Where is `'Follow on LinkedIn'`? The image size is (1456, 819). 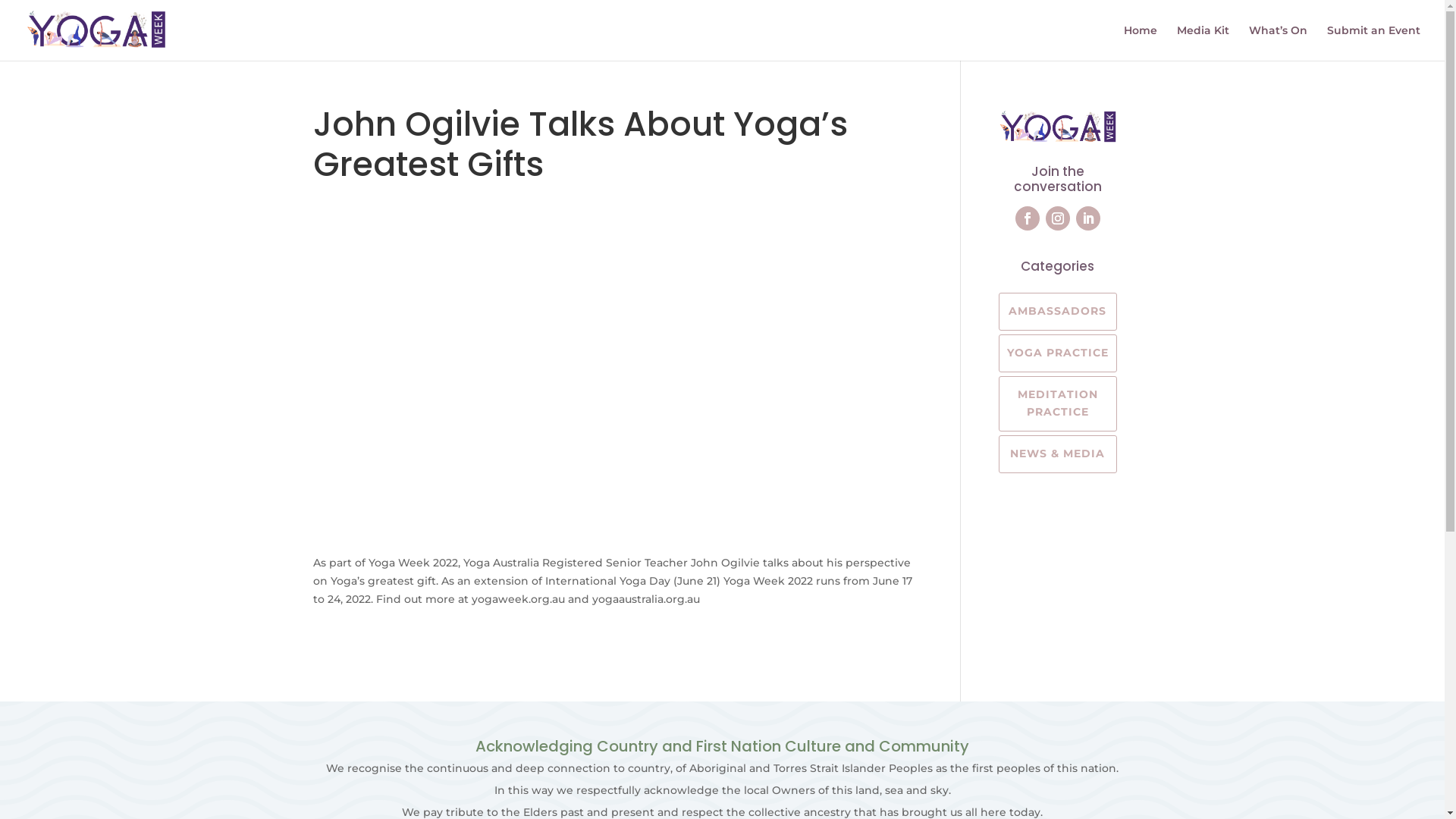
'Follow on LinkedIn' is located at coordinates (1075, 218).